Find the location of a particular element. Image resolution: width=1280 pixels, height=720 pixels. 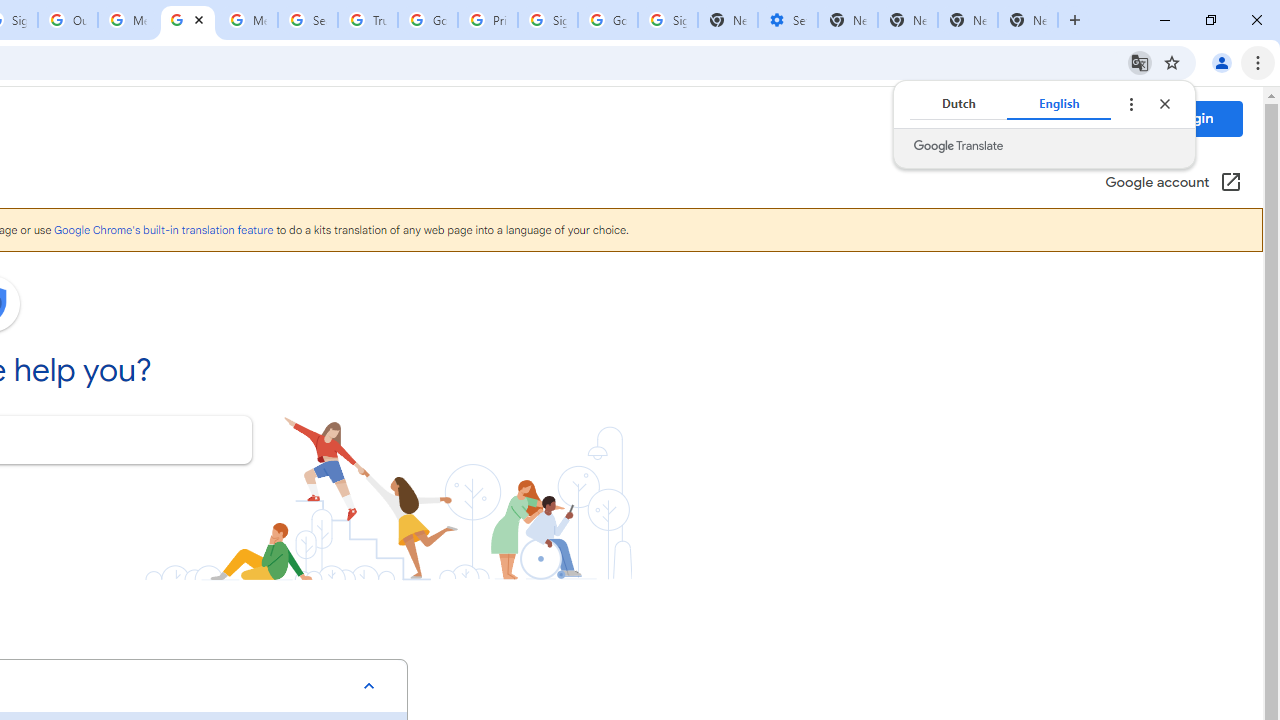

'Search our Doodle Library Collection - Google Doodles' is located at coordinates (306, 20).